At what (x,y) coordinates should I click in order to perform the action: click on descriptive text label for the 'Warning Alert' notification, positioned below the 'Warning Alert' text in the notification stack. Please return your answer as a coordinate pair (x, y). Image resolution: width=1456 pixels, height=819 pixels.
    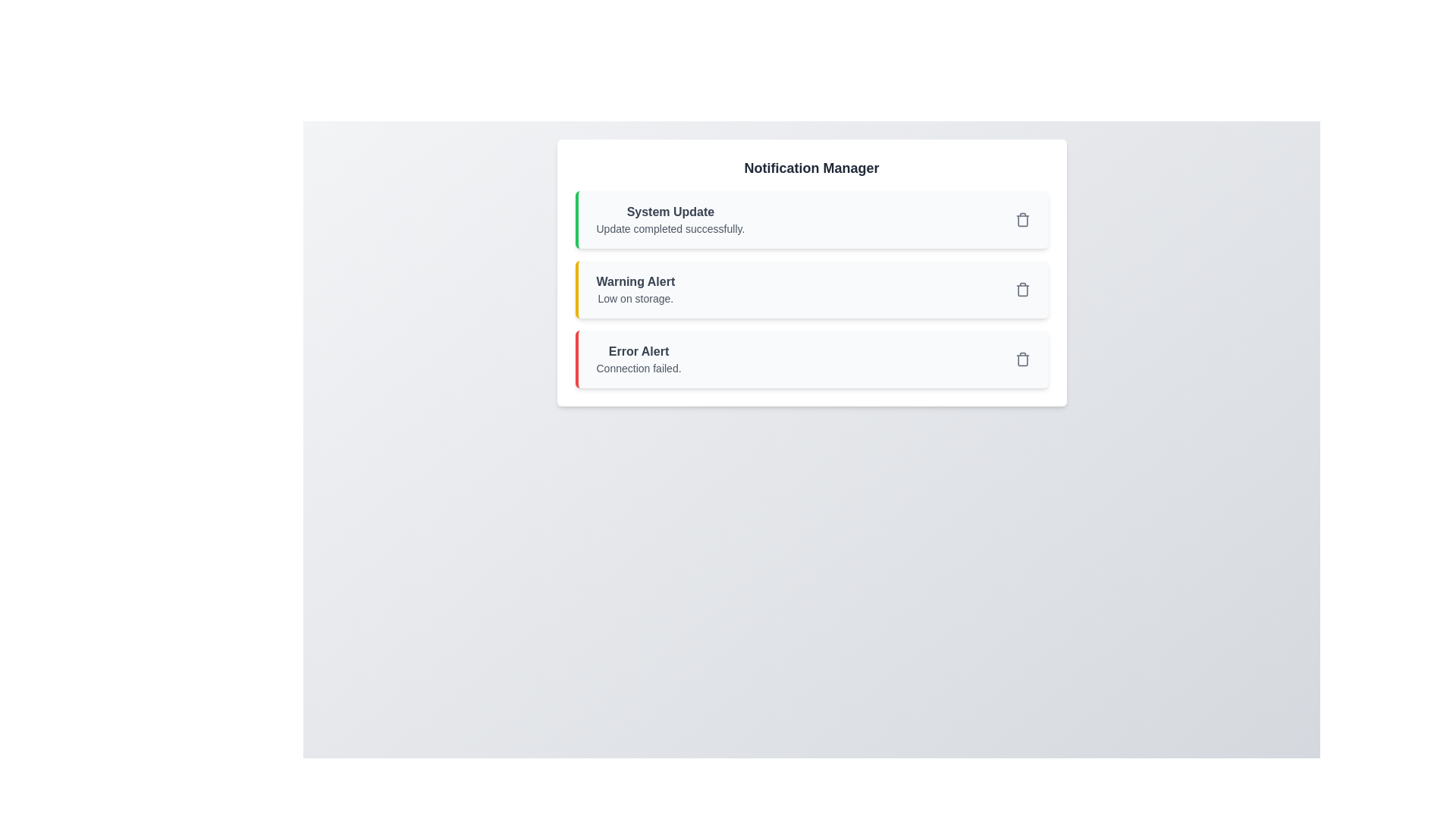
    Looking at the image, I should click on (635, 298).